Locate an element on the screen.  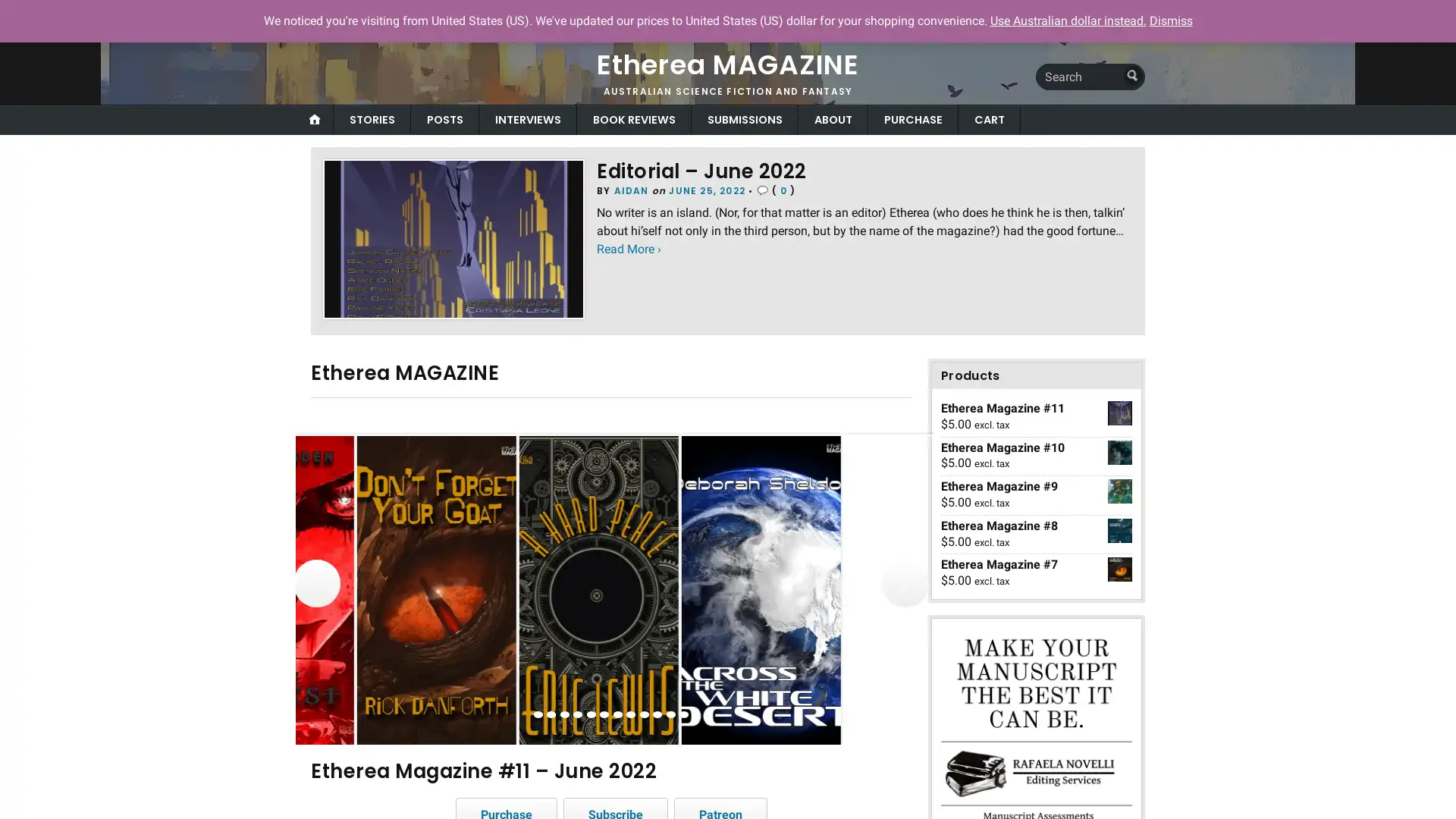
view image 10 of 12 in carousel is located at coordinates (657, 714).